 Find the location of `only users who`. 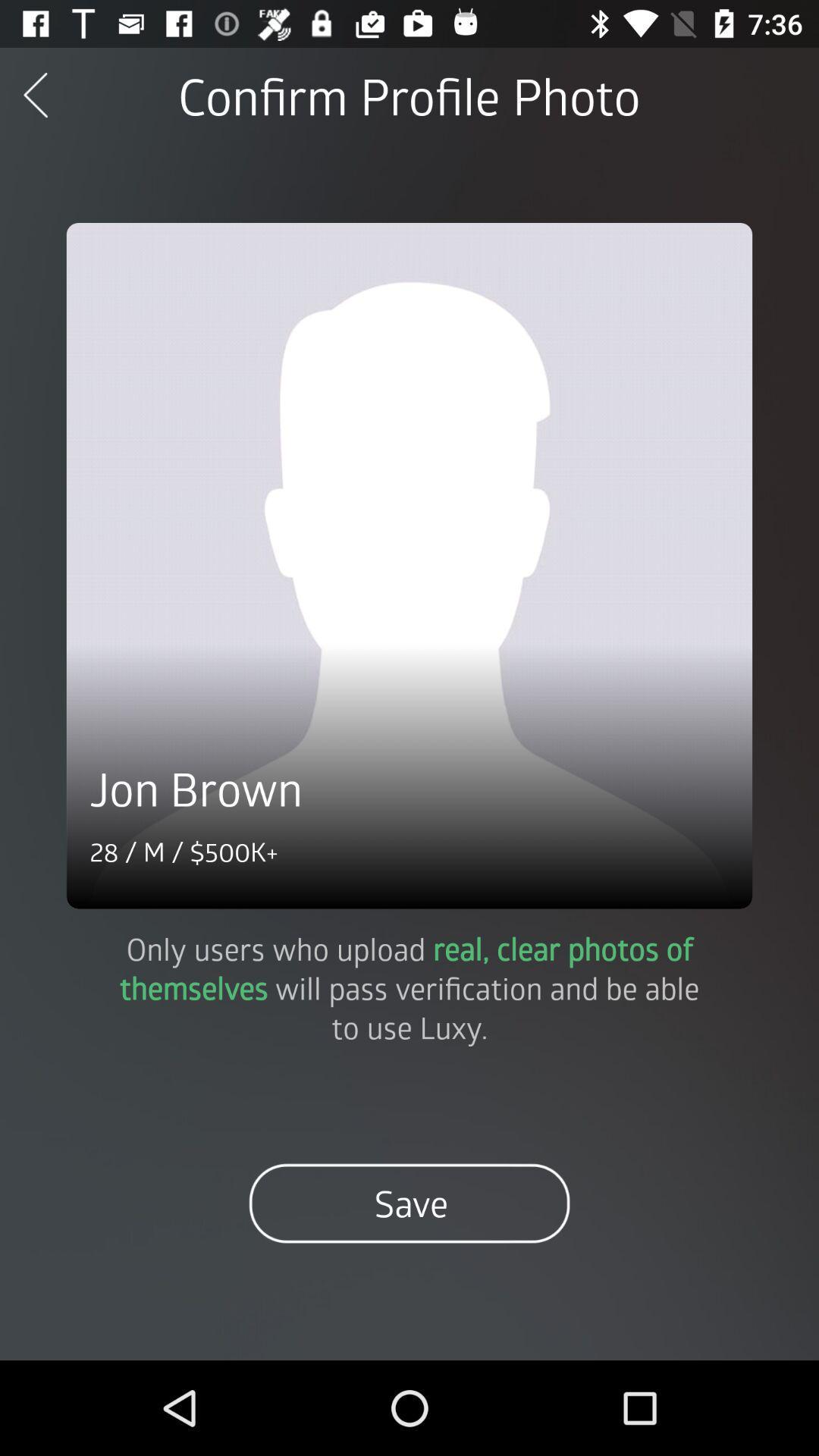

only users who is located at coordinates (409, 987).